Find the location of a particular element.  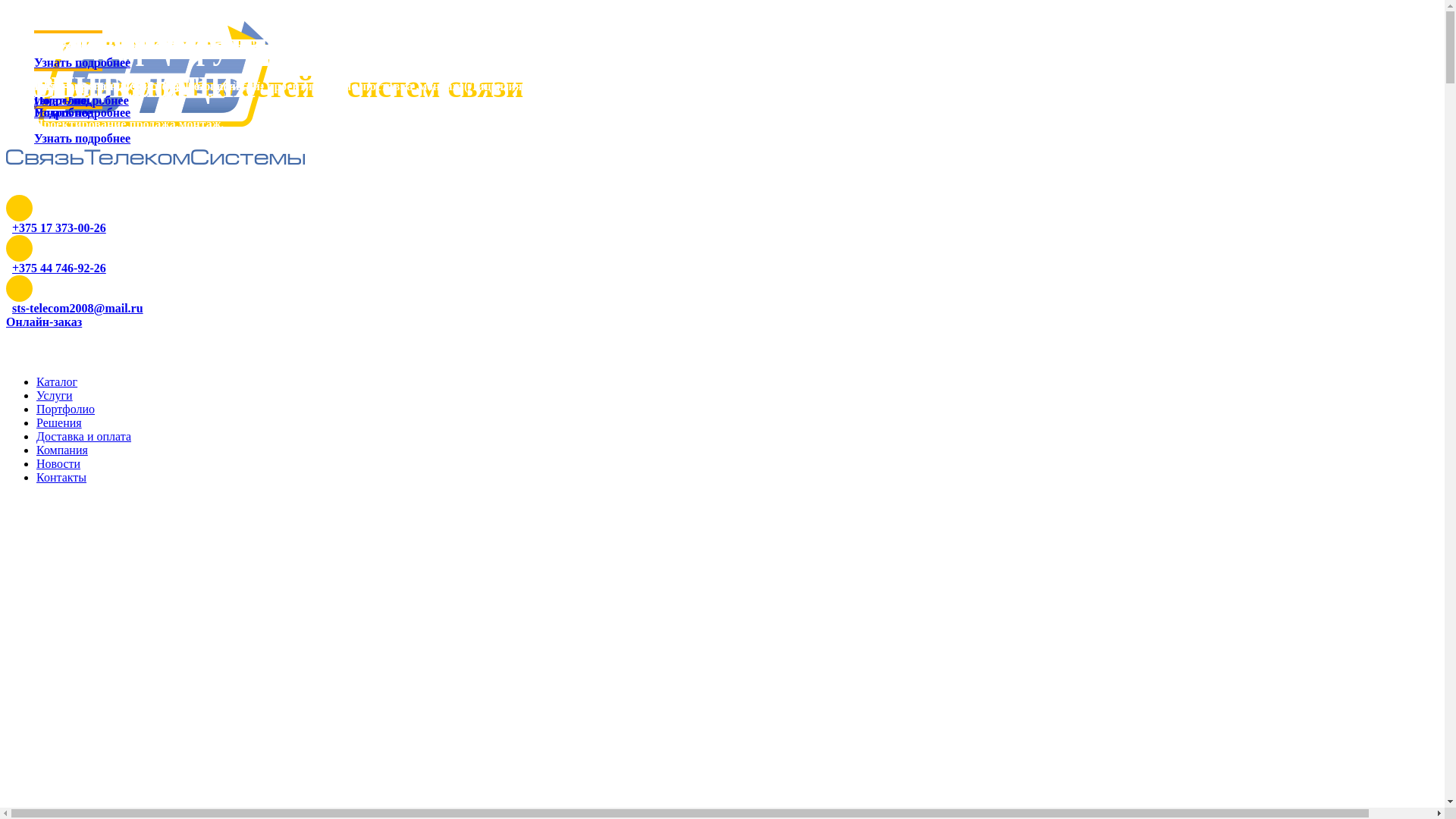

'+375 44 746-92-26' is located at coordinates (58, 267).